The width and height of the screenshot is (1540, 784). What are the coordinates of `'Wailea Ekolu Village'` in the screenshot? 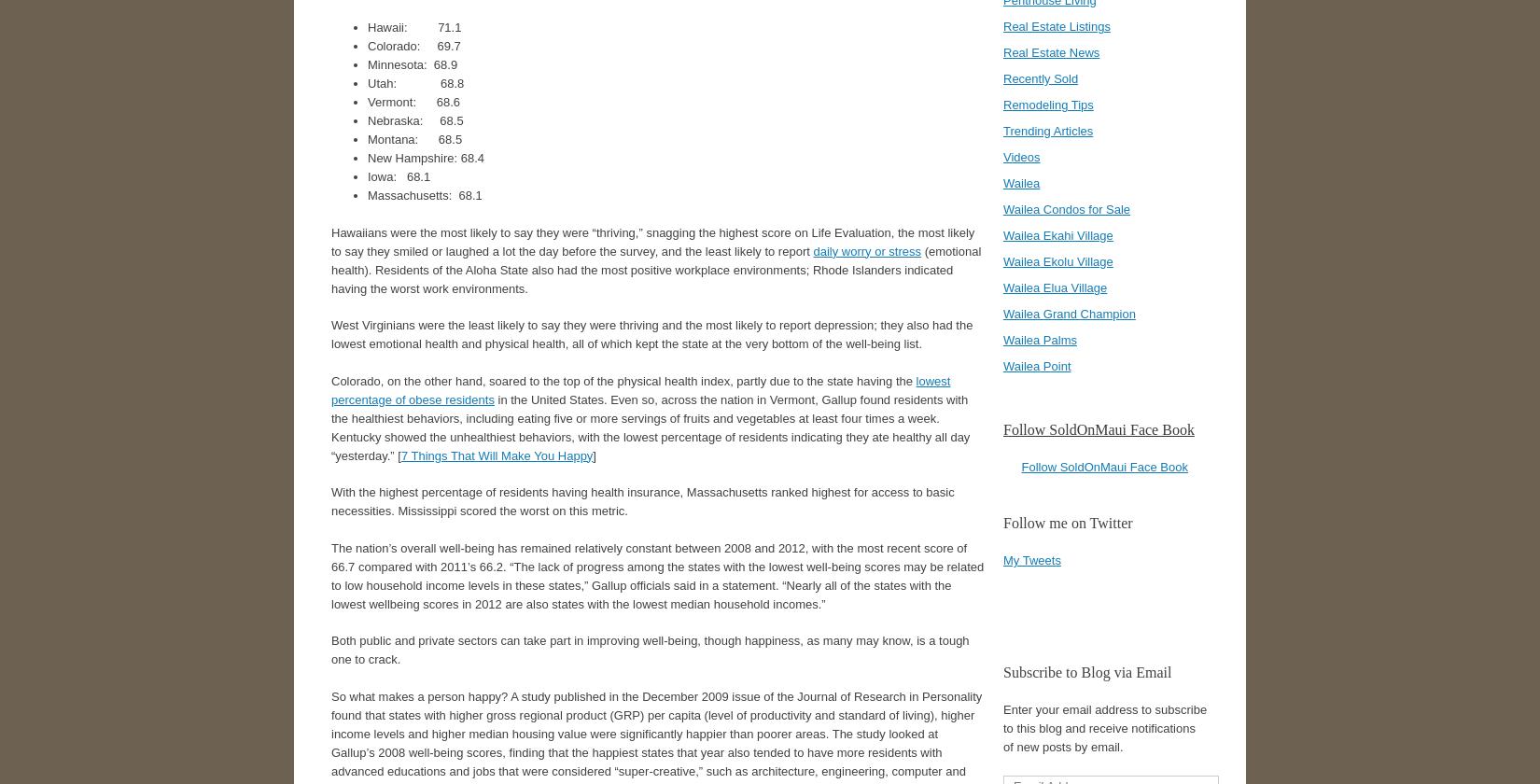 It's located at (1002, 261).